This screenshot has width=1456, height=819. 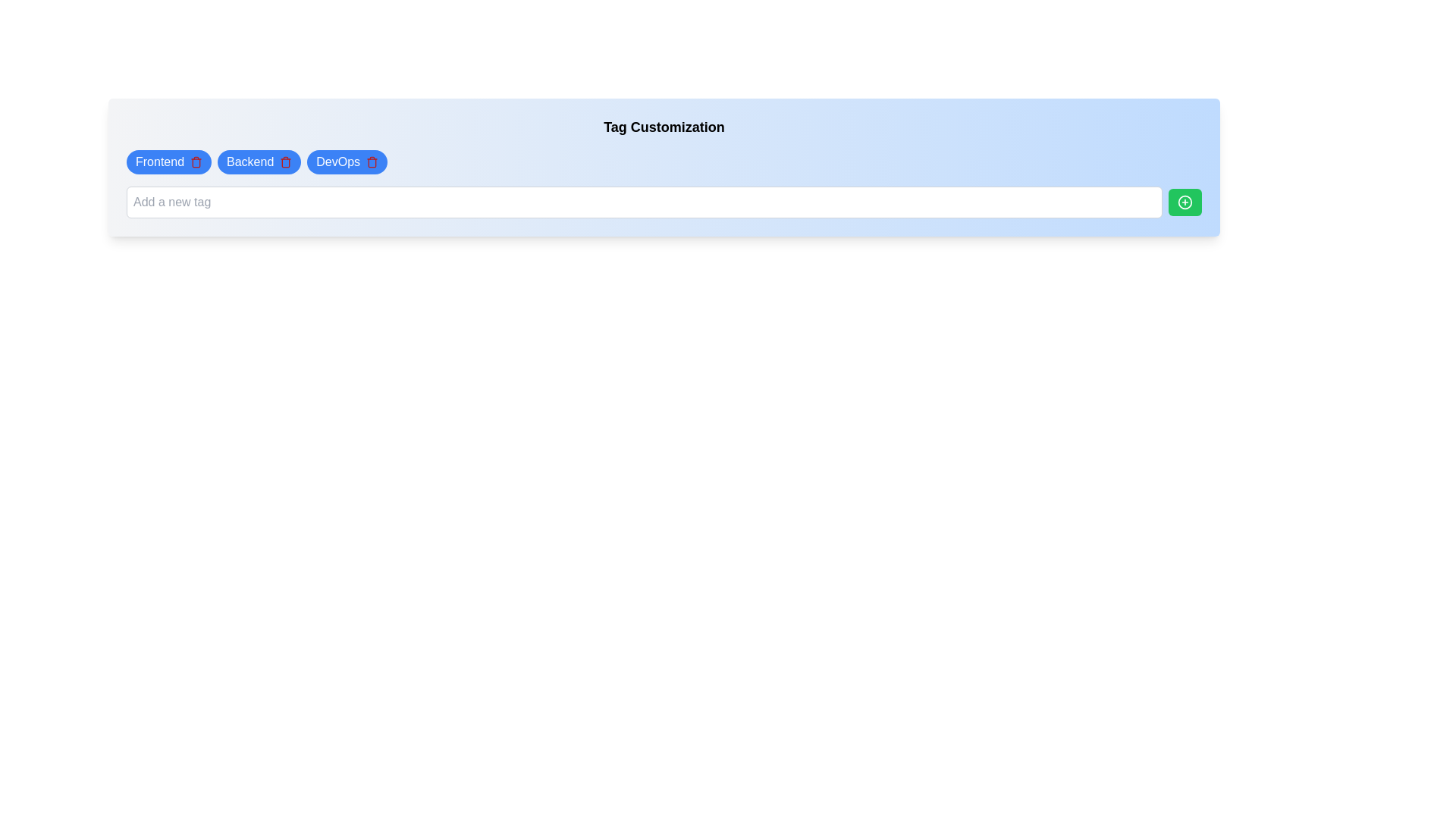 What do you see at coordinates (347, 162) in the screenshot?
I see `the 'DevOps' tagged button` at bounding box center [347, 162].